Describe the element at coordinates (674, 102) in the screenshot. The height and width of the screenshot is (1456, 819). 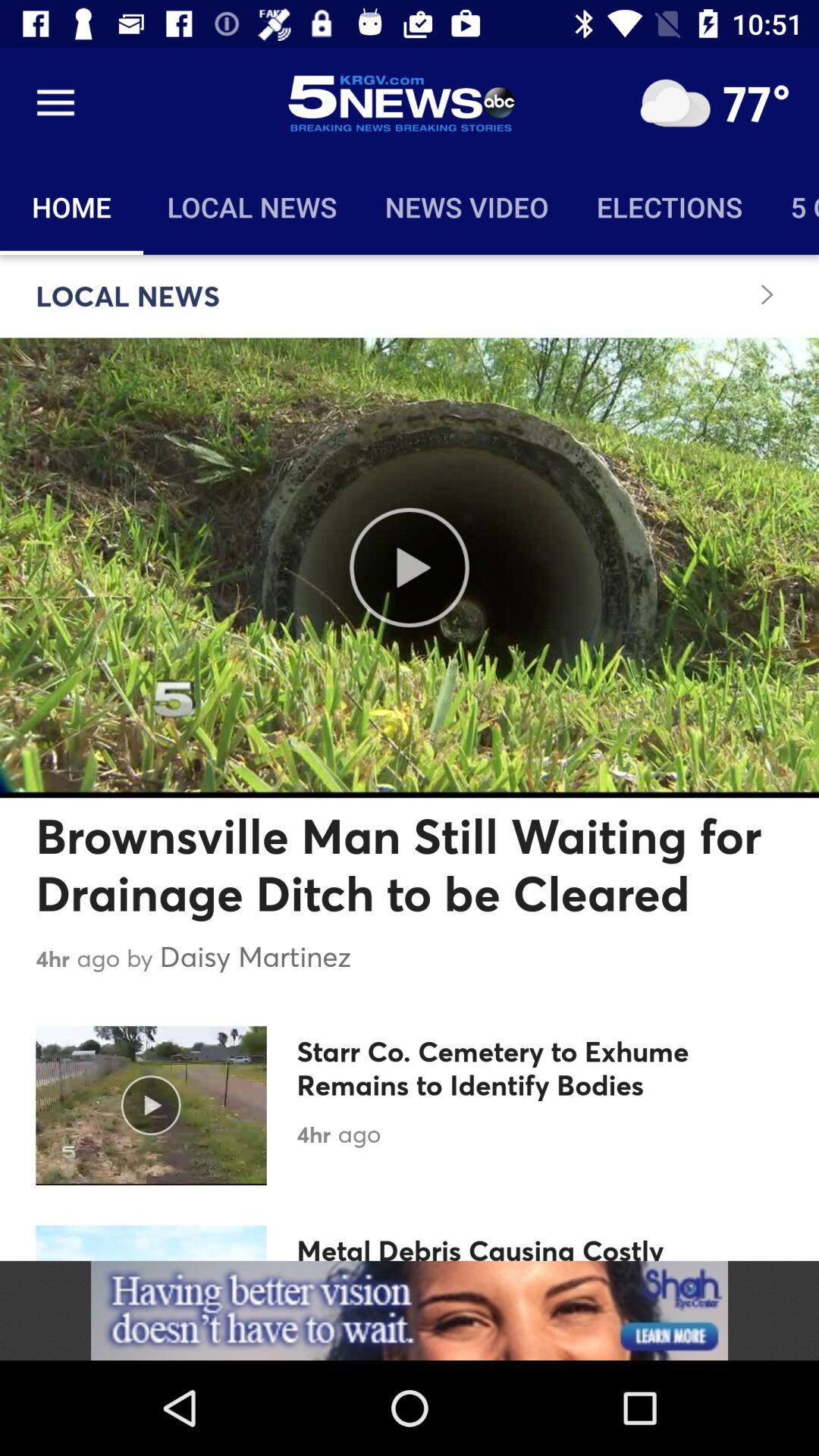
I see `clear` at that location.